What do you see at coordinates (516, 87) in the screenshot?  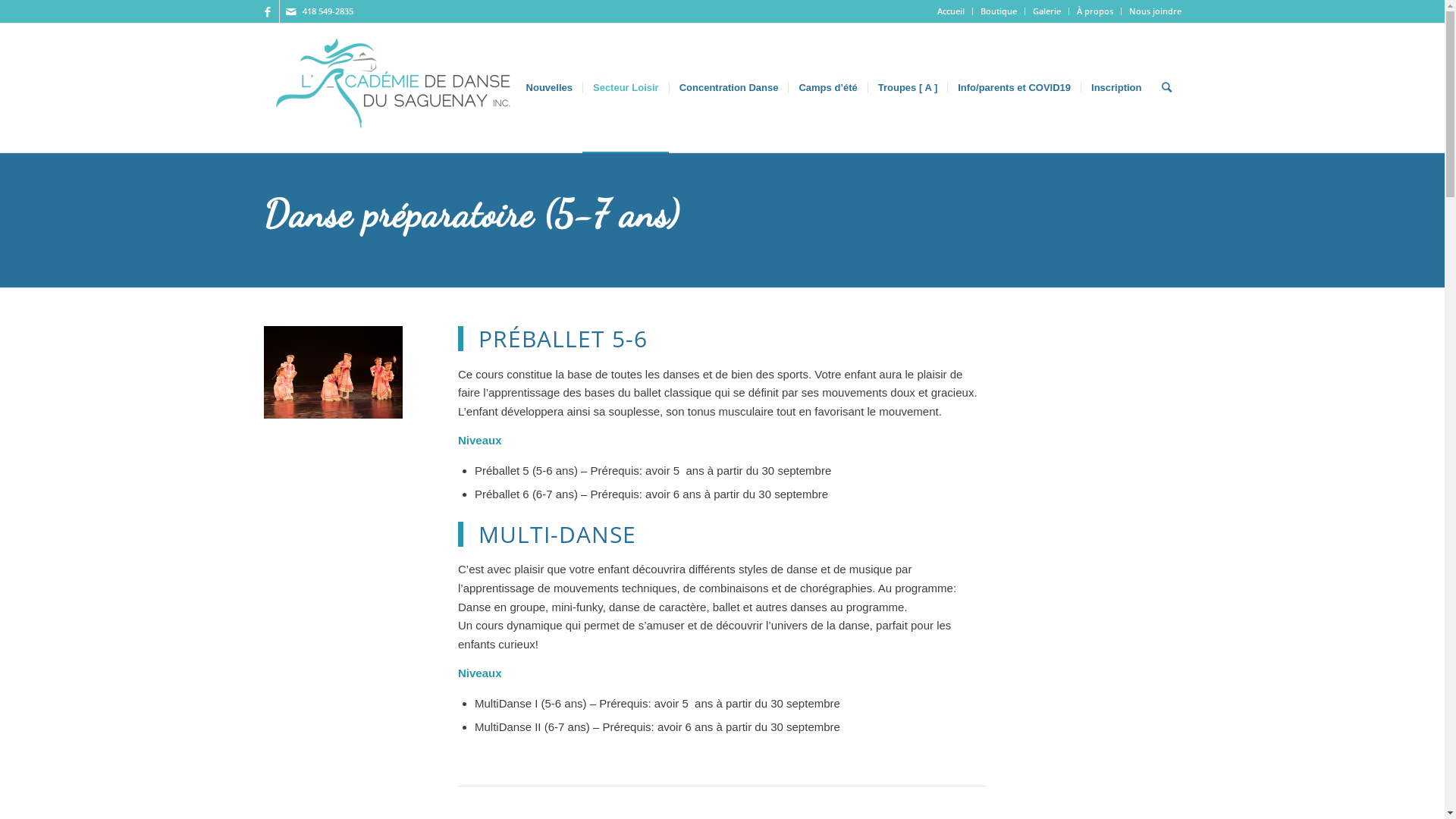 I see `'Nouvelles'` at bounding box center [516, 87].